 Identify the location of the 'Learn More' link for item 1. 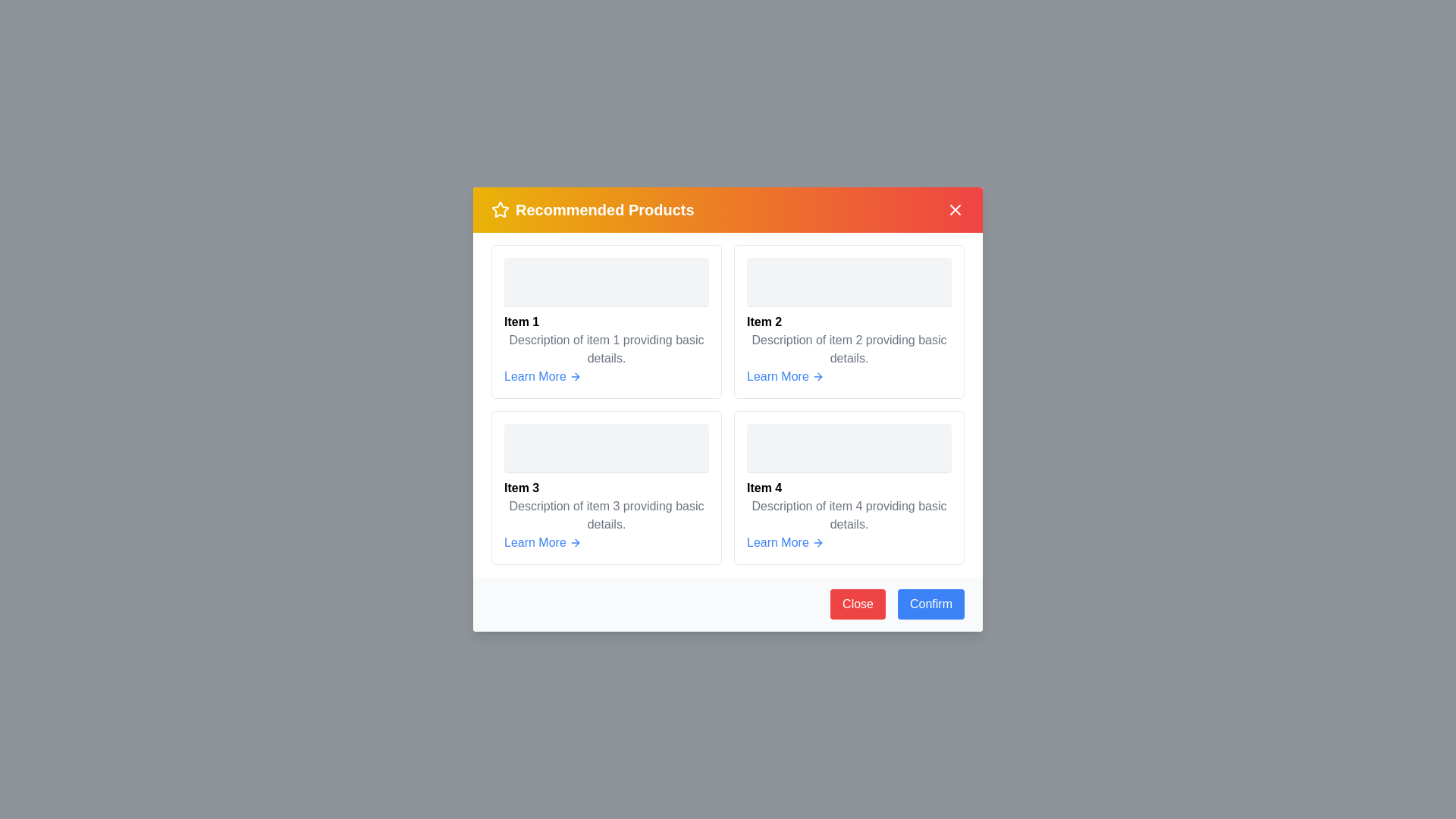
(542, 376).